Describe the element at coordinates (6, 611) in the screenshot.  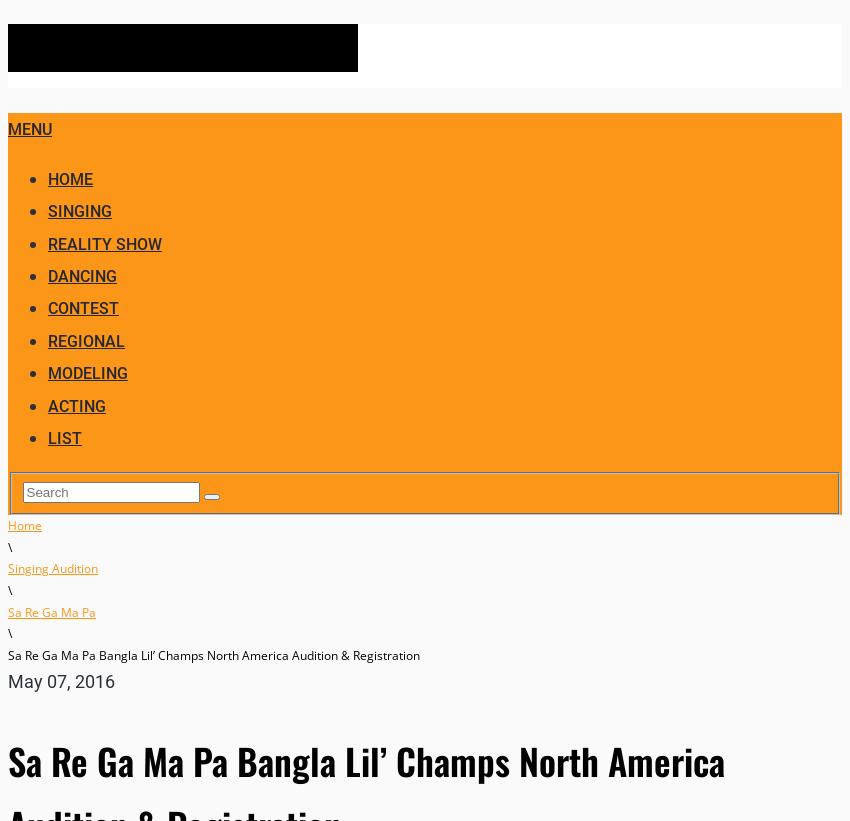
I see `'Sa Re Ga Ma Pa'` at that location.